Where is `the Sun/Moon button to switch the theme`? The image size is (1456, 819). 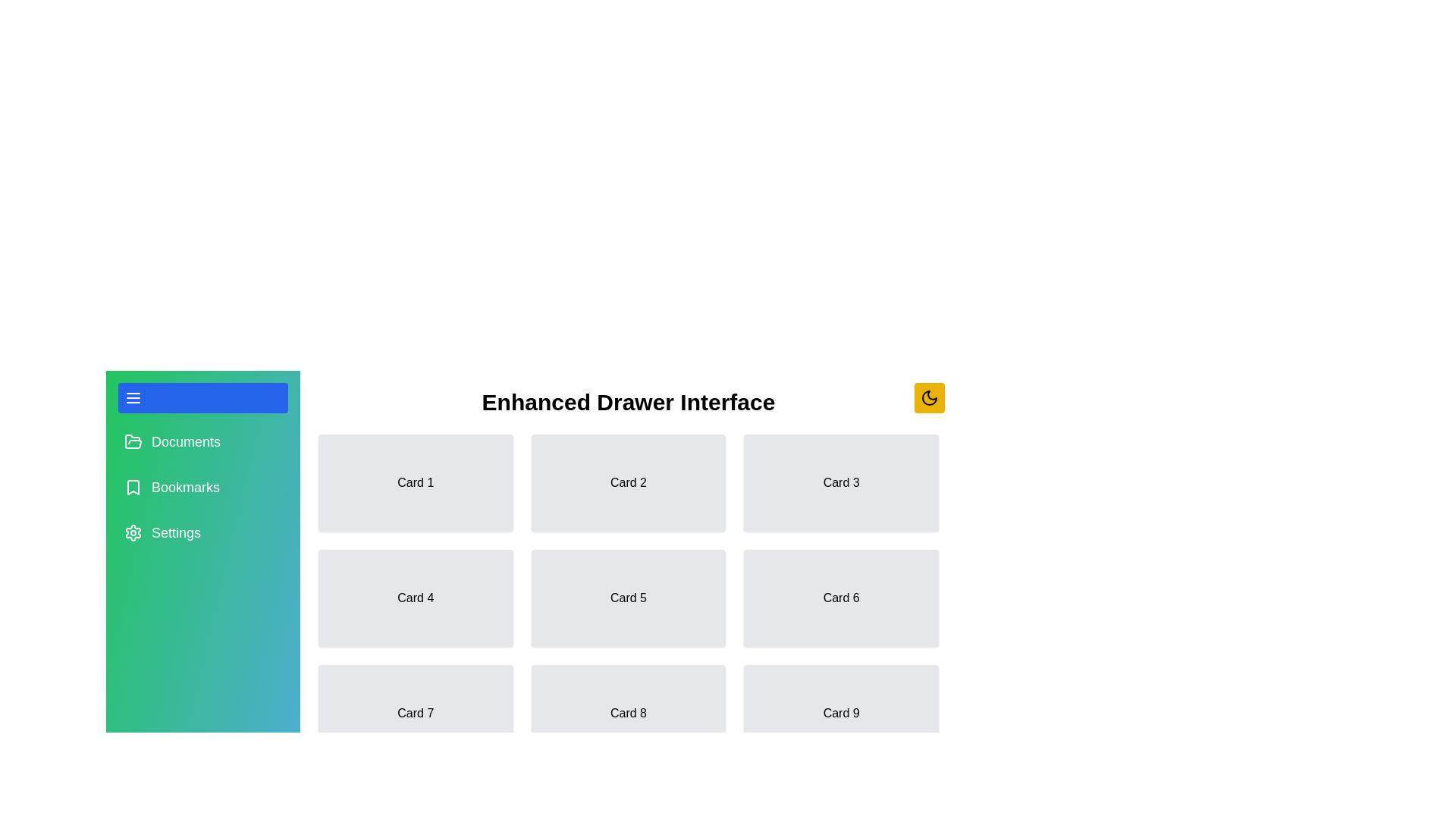 the Sun/Moon button to switch the theme is located at coordinates (928, 397).